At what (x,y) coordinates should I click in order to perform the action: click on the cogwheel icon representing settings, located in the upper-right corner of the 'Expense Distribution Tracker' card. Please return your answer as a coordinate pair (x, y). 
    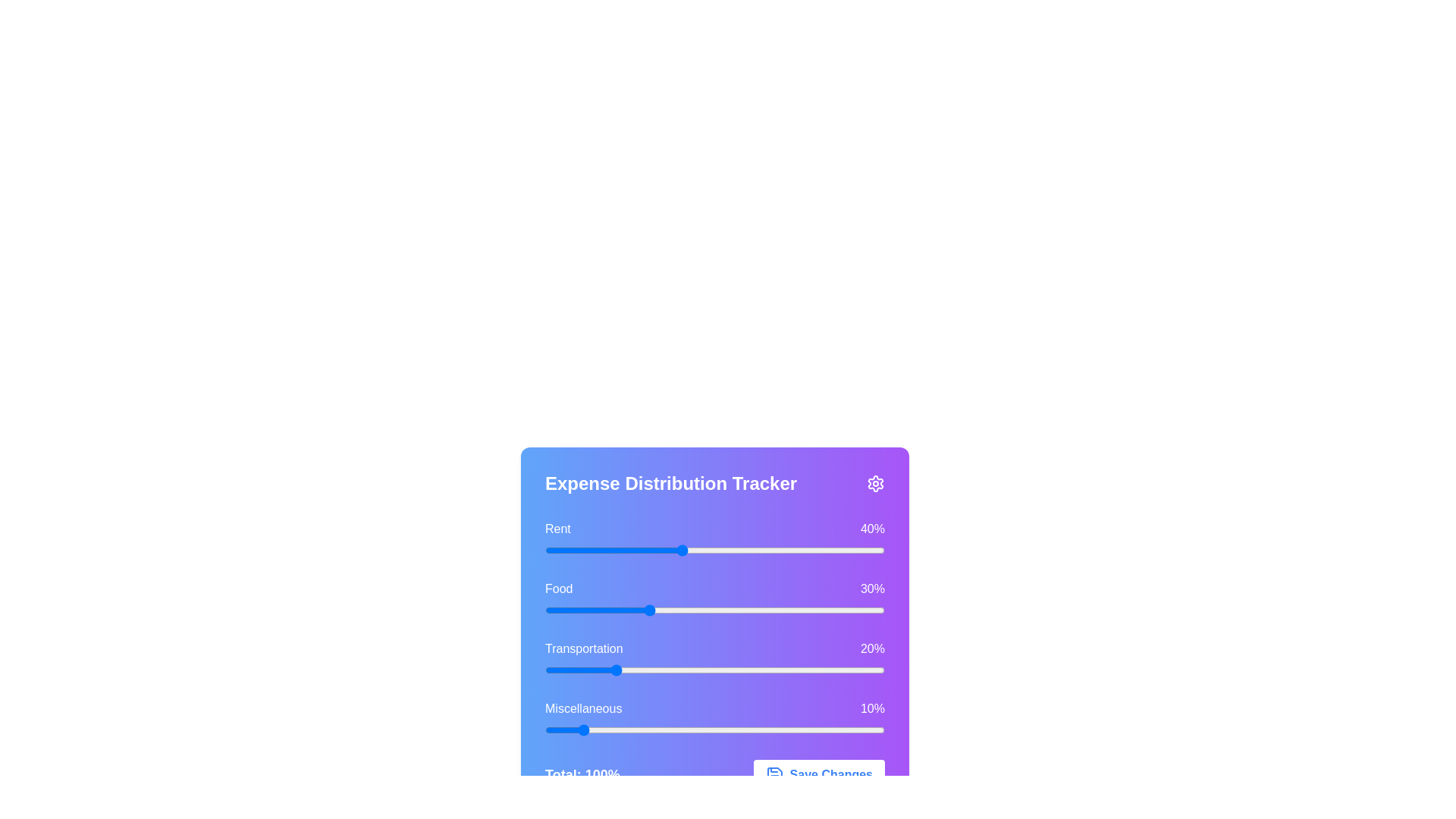
    Looking at the image, I should click on (876, 483).